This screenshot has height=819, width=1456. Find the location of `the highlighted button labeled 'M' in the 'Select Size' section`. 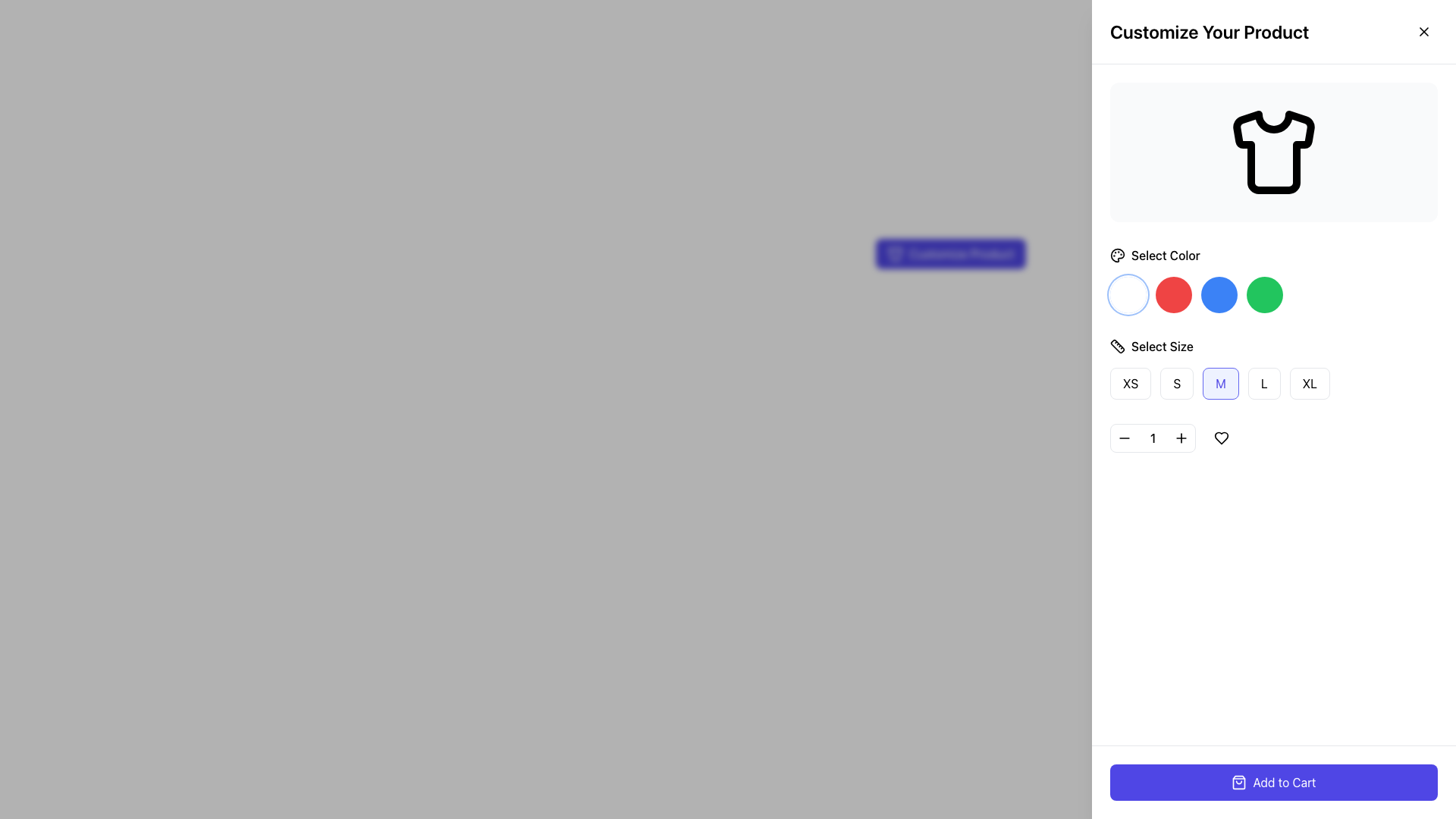

the highlighted button labeled 'M' in the 'Select Size' section is located at coordinates (1274, 369).